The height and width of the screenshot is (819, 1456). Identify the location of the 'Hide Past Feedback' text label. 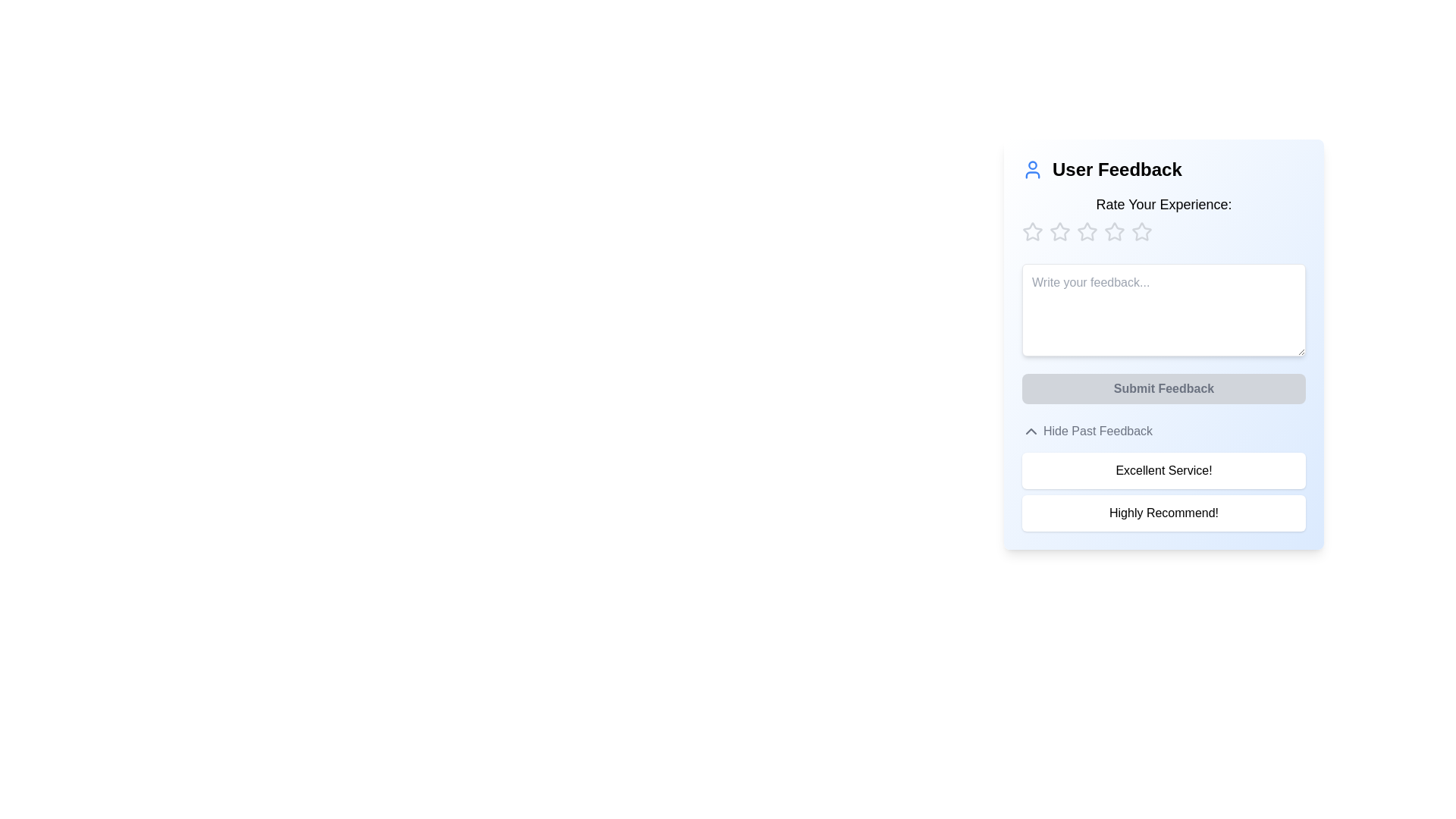
(1098, 431).